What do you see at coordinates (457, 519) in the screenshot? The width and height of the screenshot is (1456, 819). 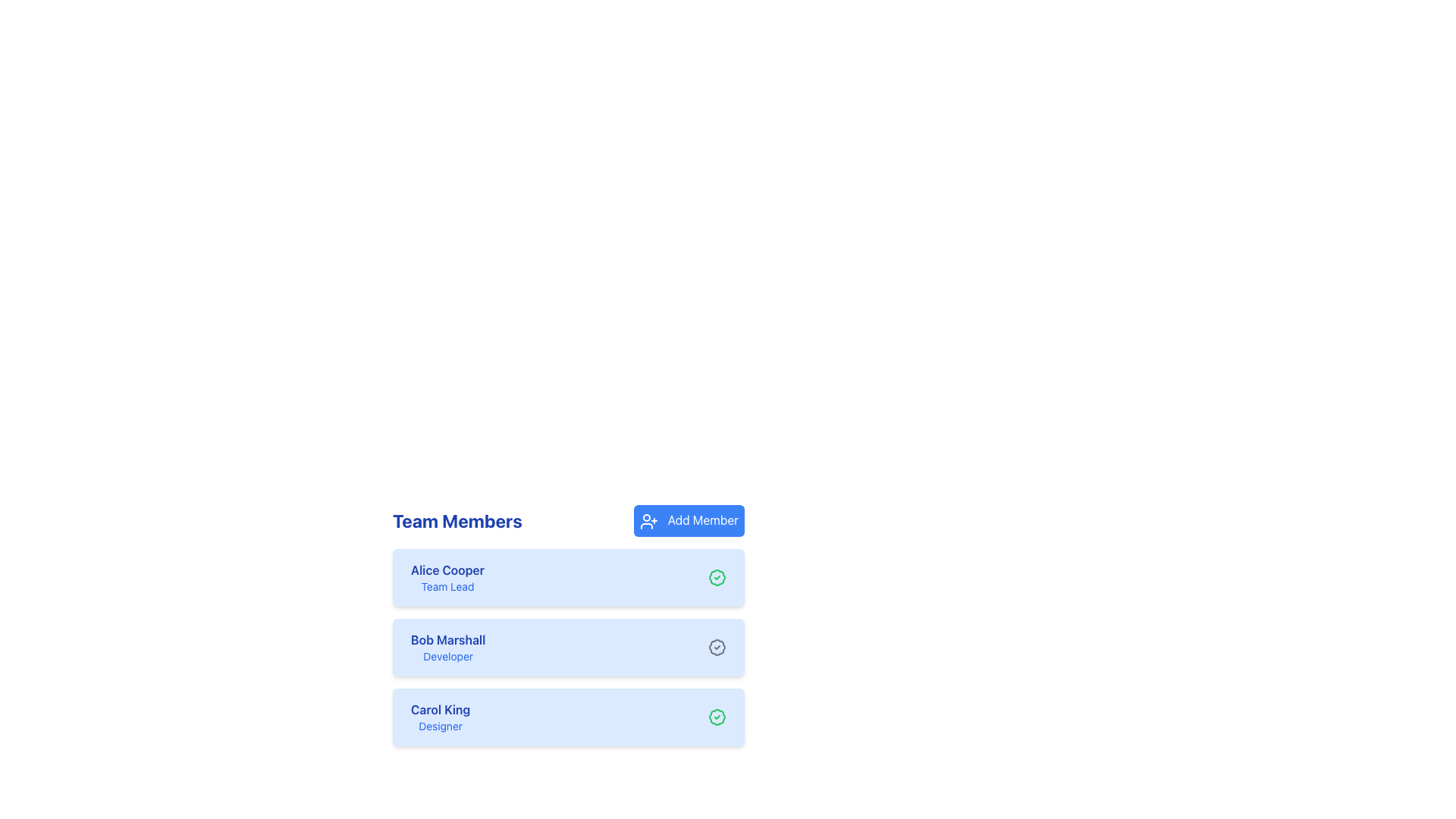 I see `text from the Text Label that serves as the header for managing team members, located at the top-left corner of the interface` at bounding box center [457, 519].